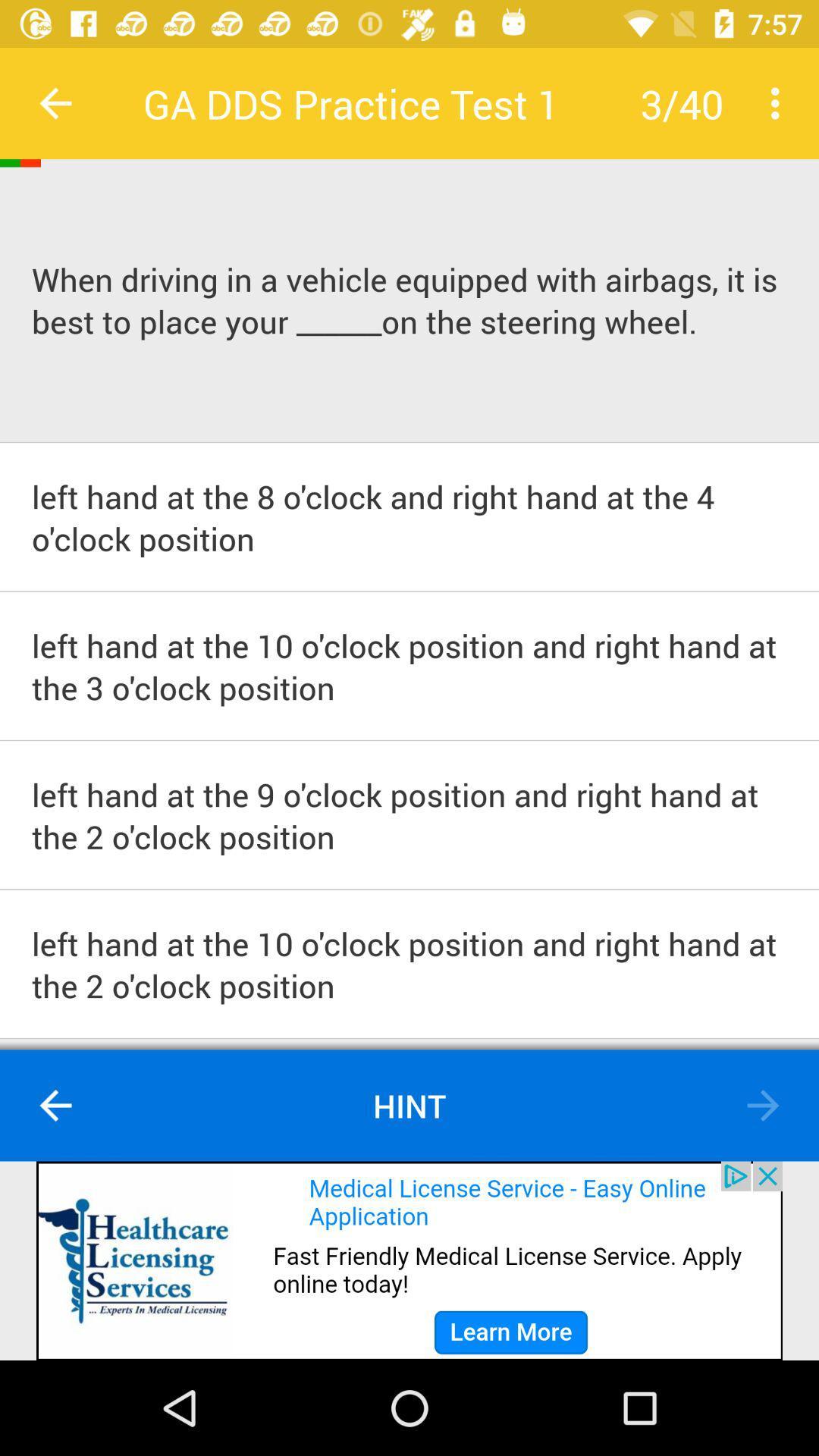 The height and width of the screenshot is (1456, 819). What do you see at coordinates (763, 1106) in the screenshot?
I see `go back` at bounding box center [763, 1106].